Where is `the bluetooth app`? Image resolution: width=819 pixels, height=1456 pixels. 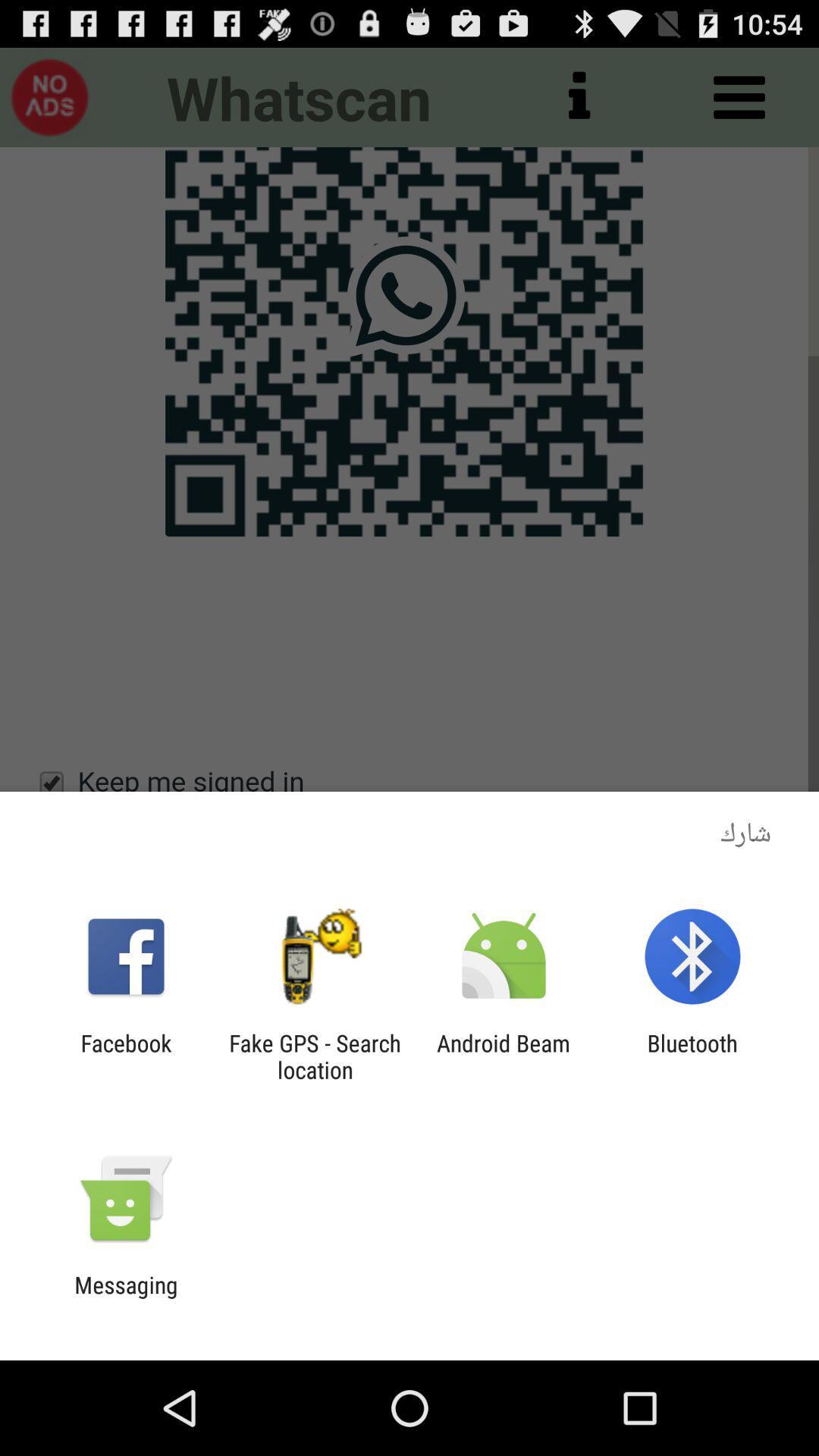 the bluetooth app is located at coordinates (692, 1056).